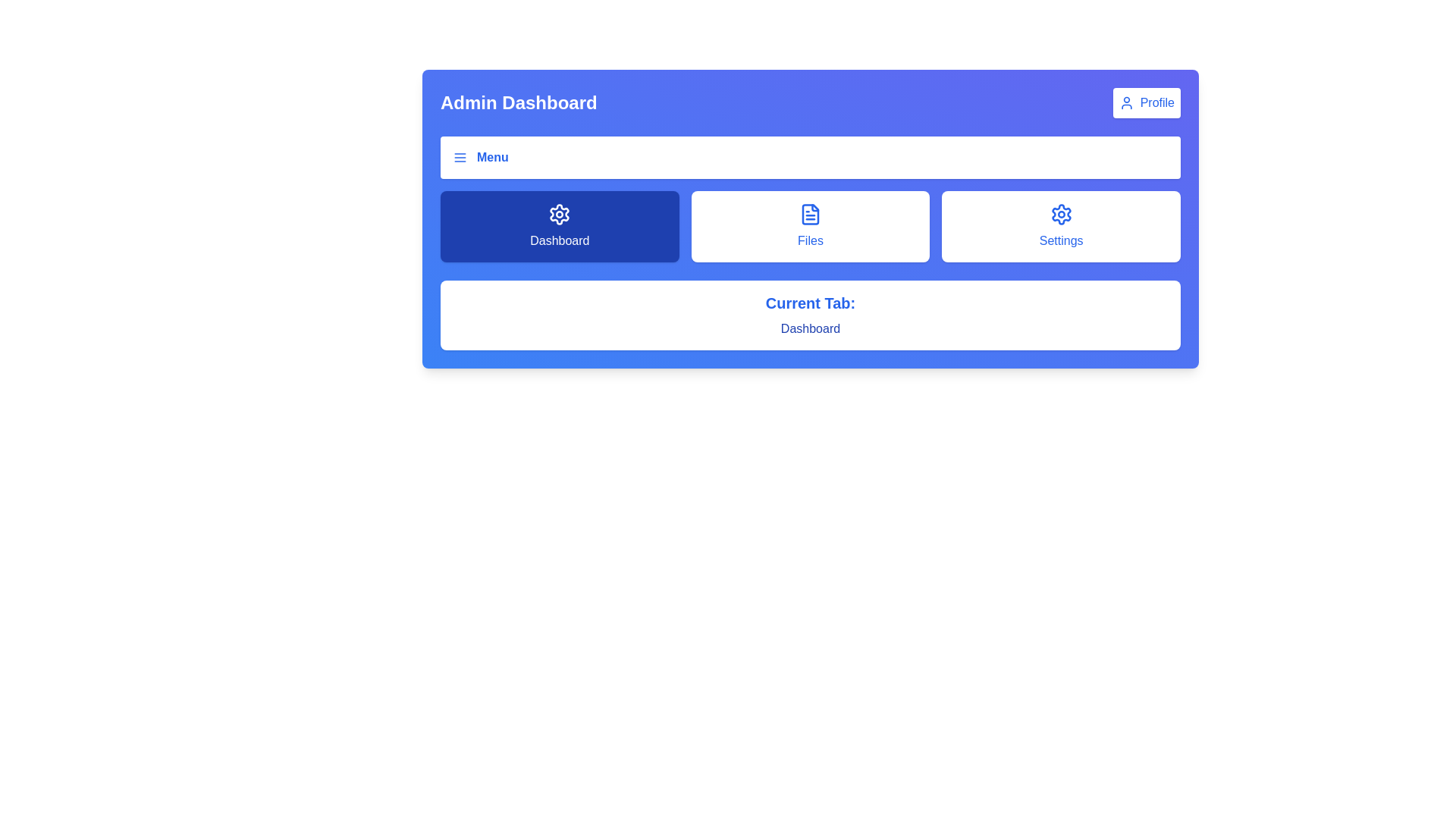 This screenshot has height=819, width=1456. I want to click on the file management icon located in the Files section of the navigation bar, positioned between the Dashboard and Settings sections, so click(810, 214).